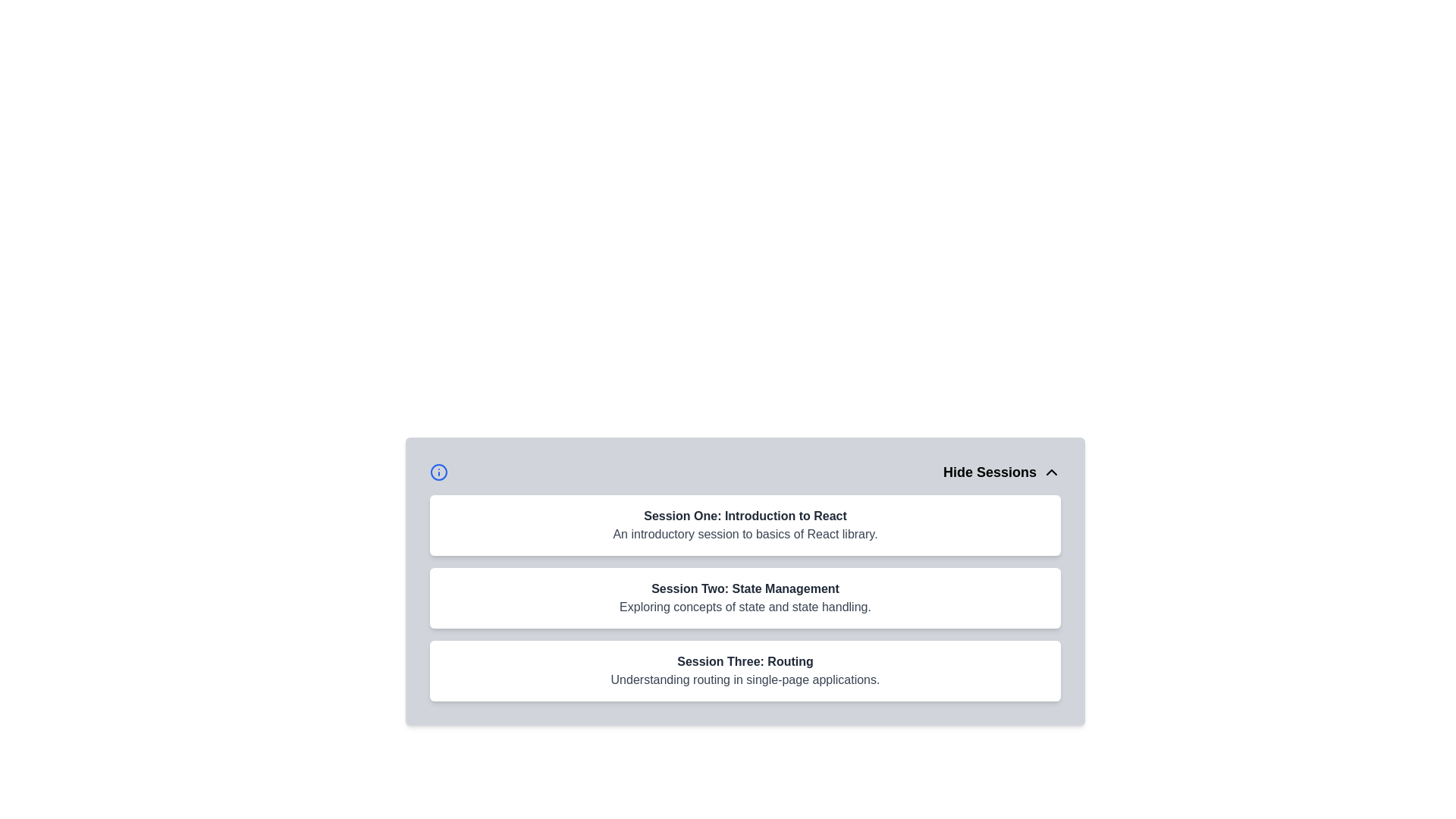 This screenshot has height=819, width=1456. What do you see at coordinates (745, 607) in the screenshot?
I see `static text element displaying 'Exploring concepts of state and state handling.' located beneath the bold heading 'Session Two: State Management.'` at bounding box center [745, 607].